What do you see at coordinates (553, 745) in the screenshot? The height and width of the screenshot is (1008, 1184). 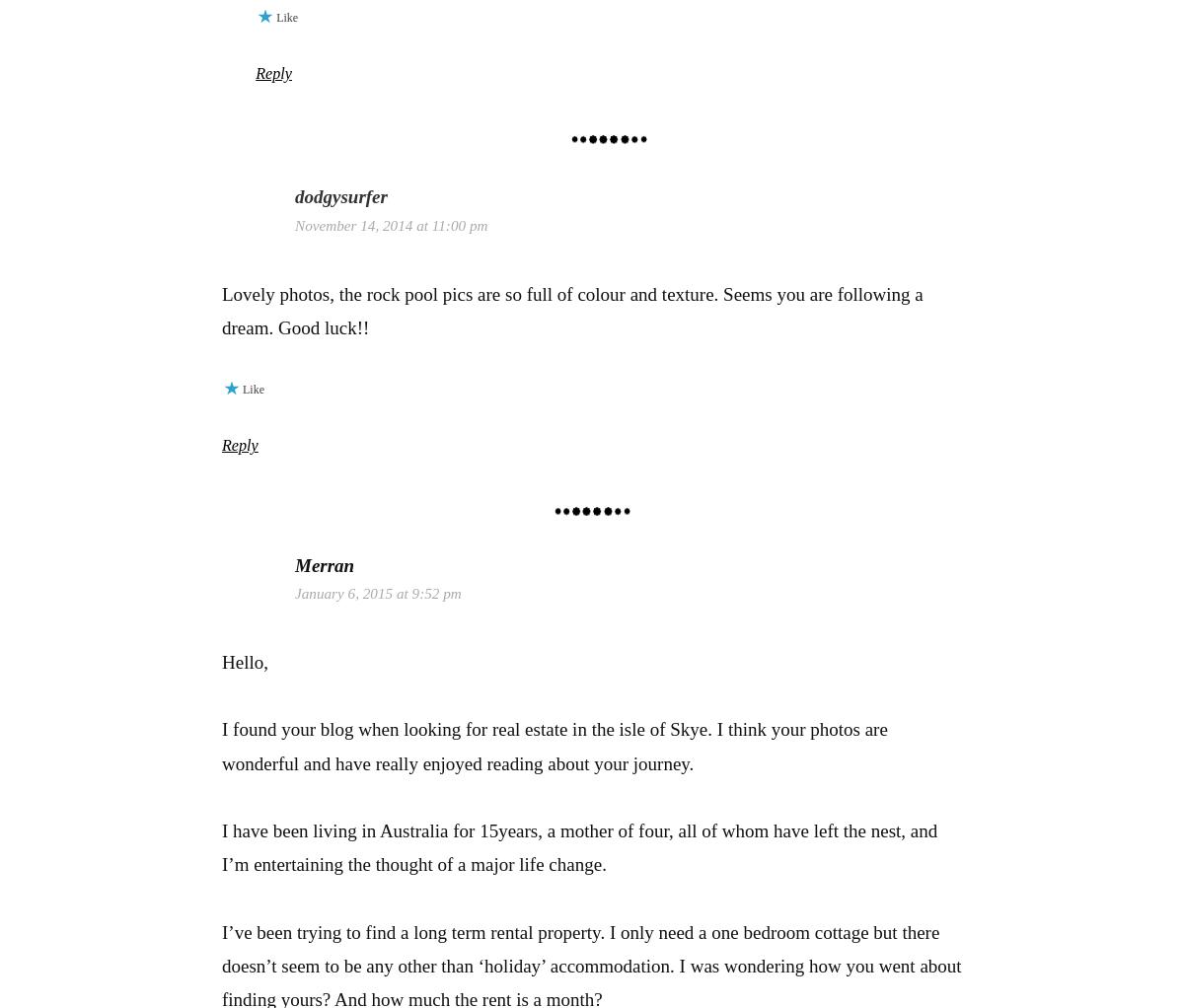 I see `'I found your blog when looking for real estate in the isle of Skye. I think your photos are wonderful and have really enjoyed reading about your journey.'` at bounding box center [553, 745].